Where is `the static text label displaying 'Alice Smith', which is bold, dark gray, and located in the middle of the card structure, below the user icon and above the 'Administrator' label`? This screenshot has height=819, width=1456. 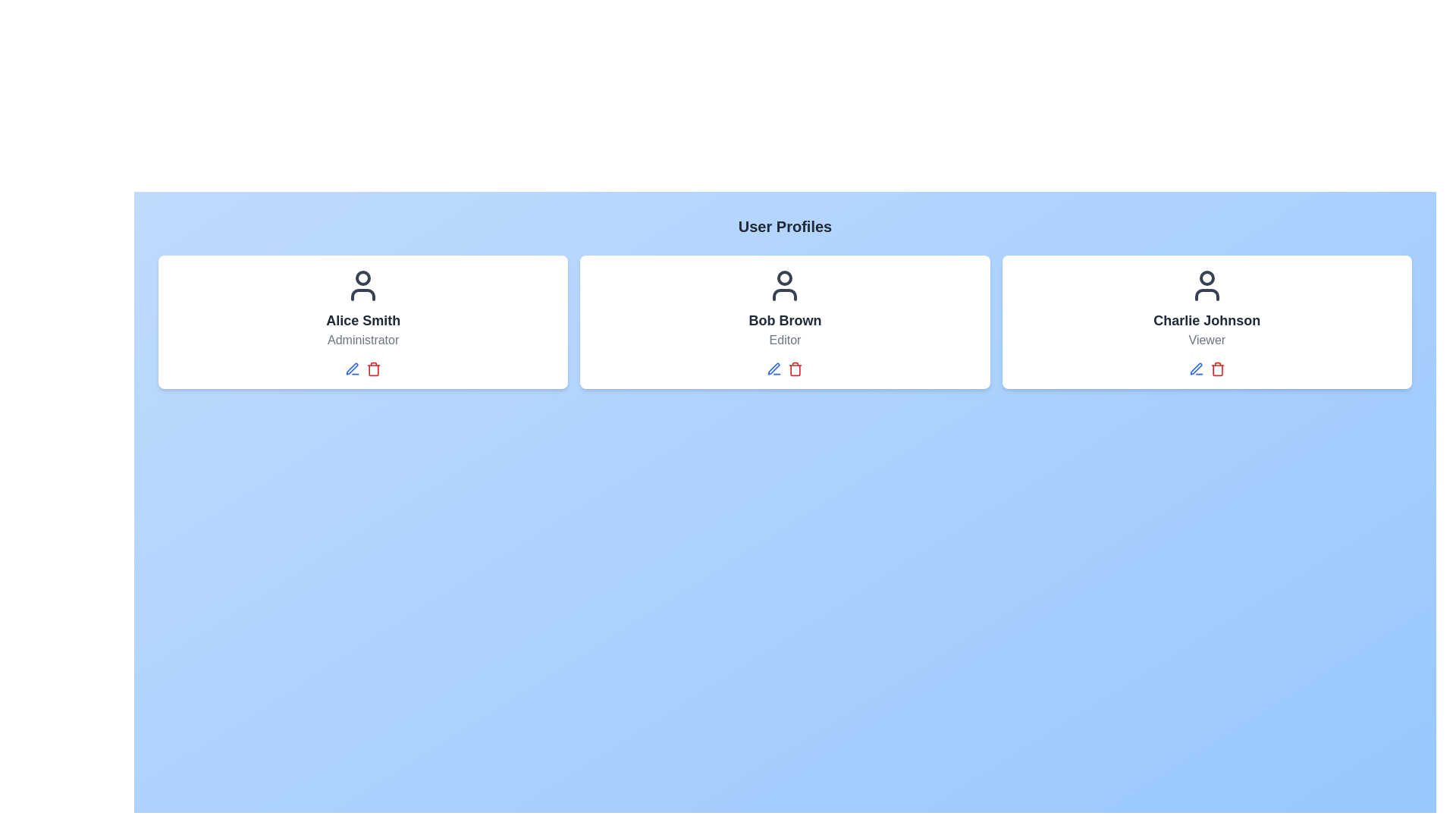 the static text label displaying 'Alice Smith', which is bold, dark gray, and located in the middle of the card structure, below the user icon and above the 'Administrator' label is located at coordinates (362, 320).